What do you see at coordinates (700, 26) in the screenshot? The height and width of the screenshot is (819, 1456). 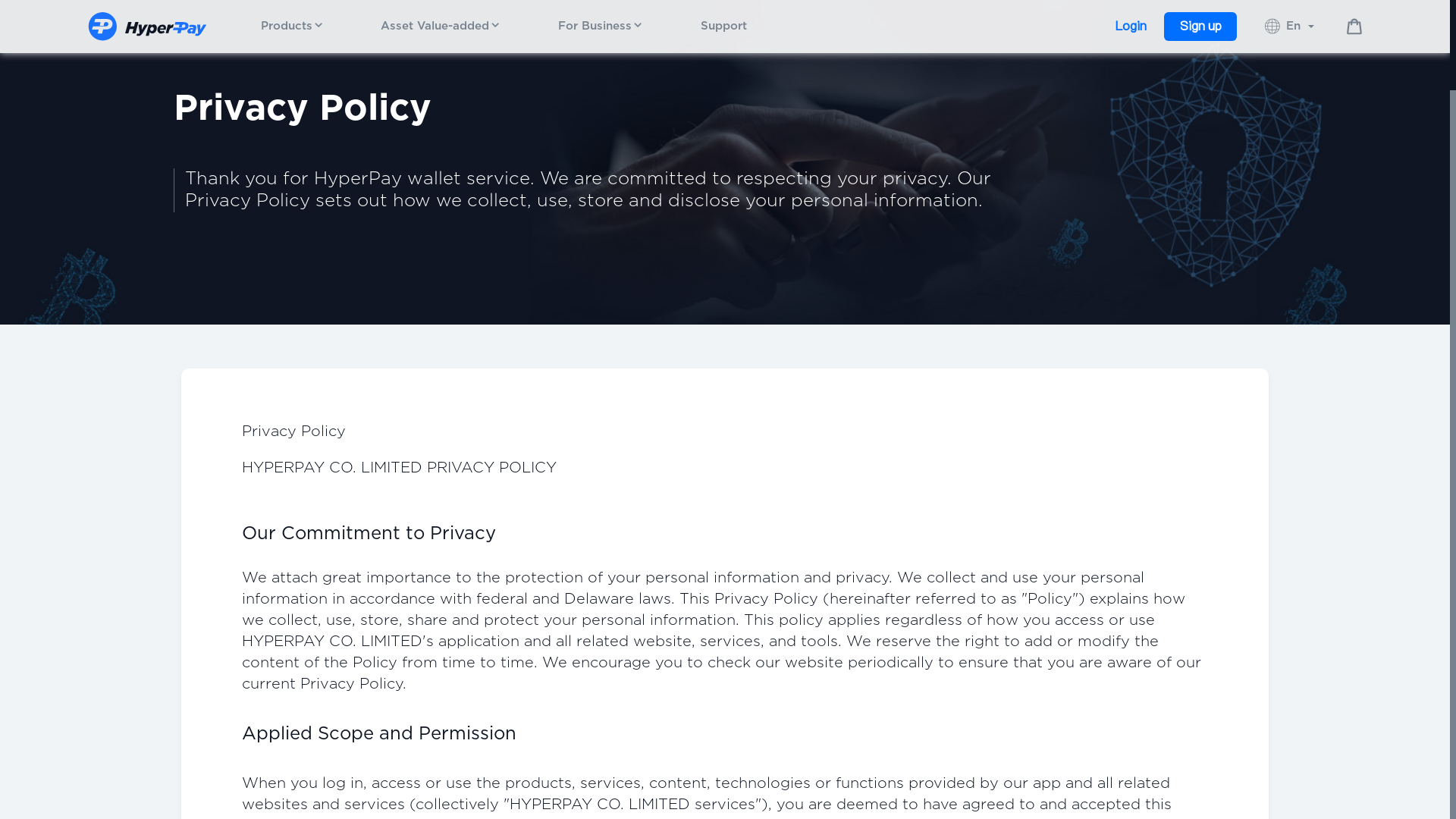 I see `'Support'` at bounding box center [700, 26].